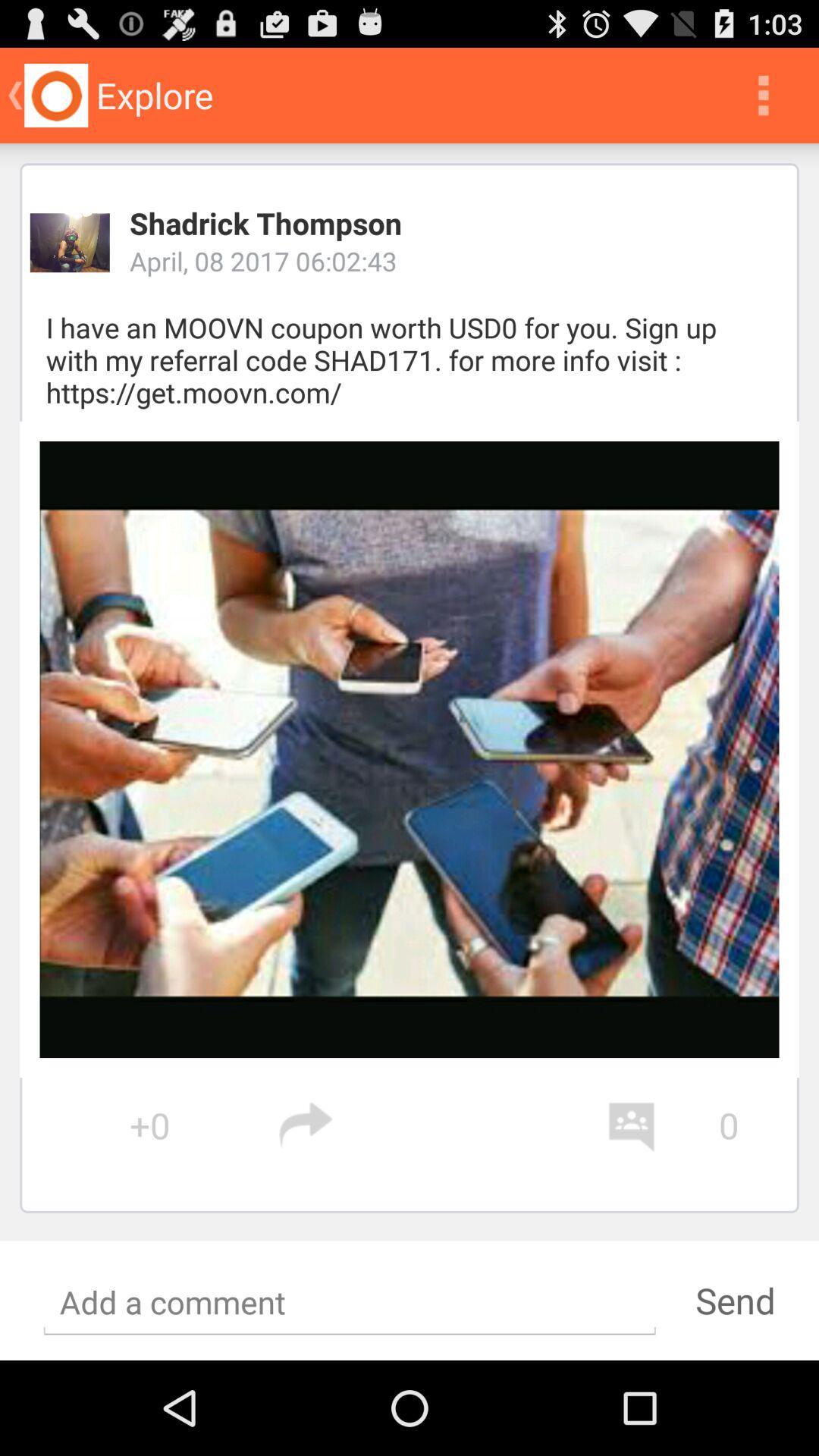 Image resolution: width=819 pixels, height=1456 pixels. Describe the element at coordinates (442, 1125) in the screenshot. I see `item above the no activity! app` at that location.